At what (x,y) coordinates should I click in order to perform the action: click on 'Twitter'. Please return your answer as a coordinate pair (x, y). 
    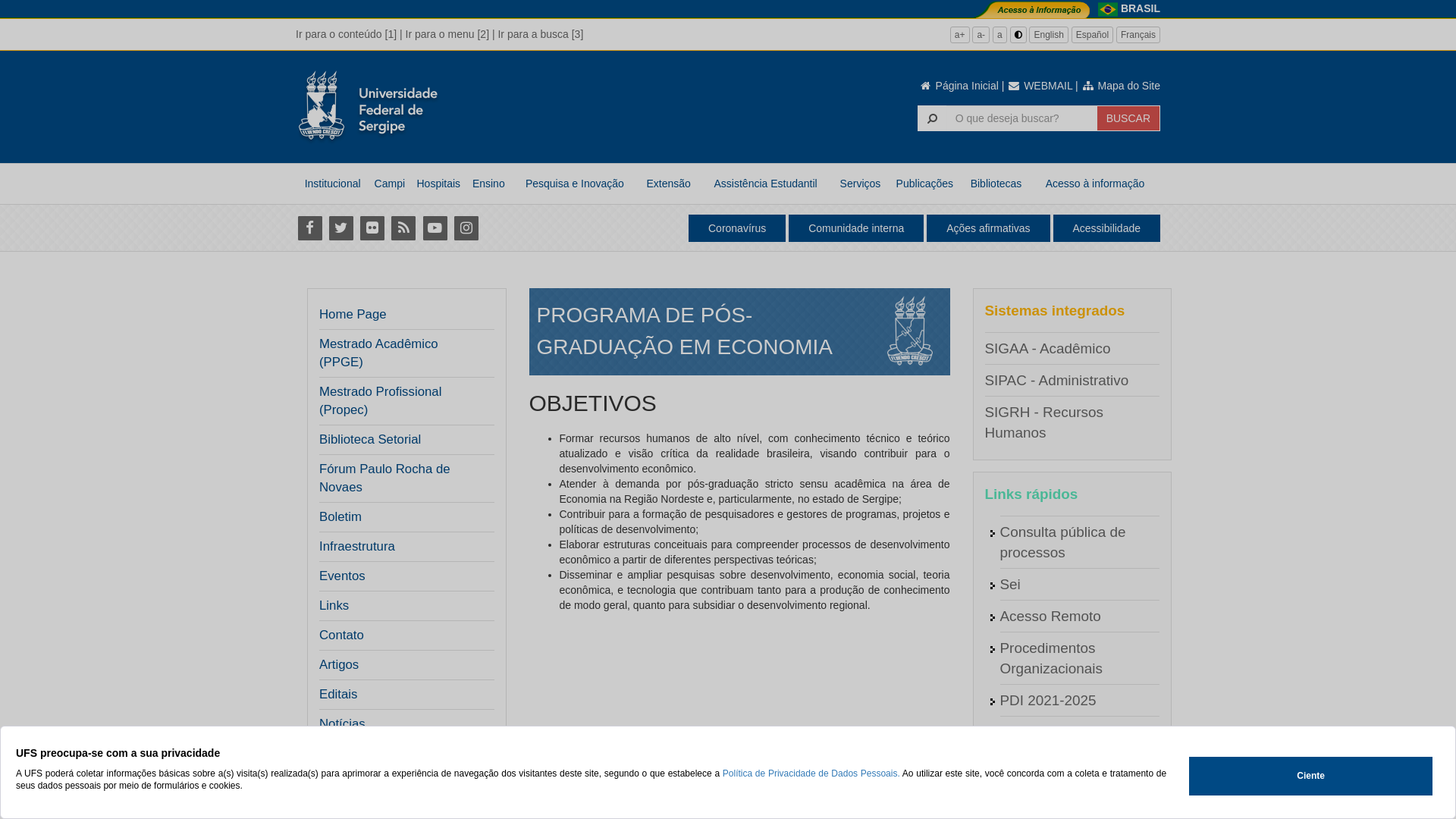
    Looking at the image, I should click on (340, 227).